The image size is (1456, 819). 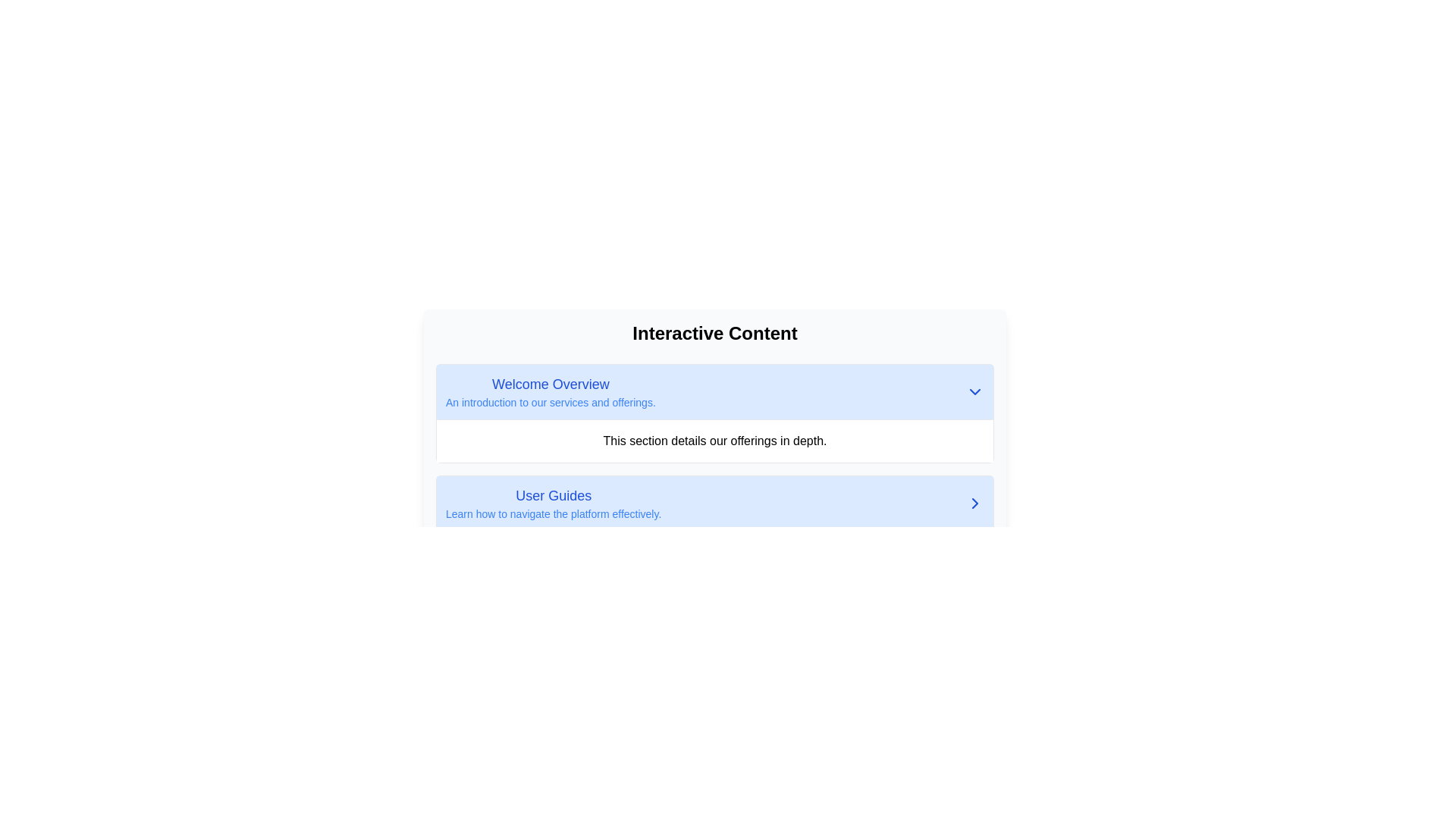 What do you see at coordinates (550, 391) in the screenshot?
I see `text of the Text label with a description that says 'Welcome Overview' and 'An introduction to our services and offerings.'` at bounding box center [550, 391].